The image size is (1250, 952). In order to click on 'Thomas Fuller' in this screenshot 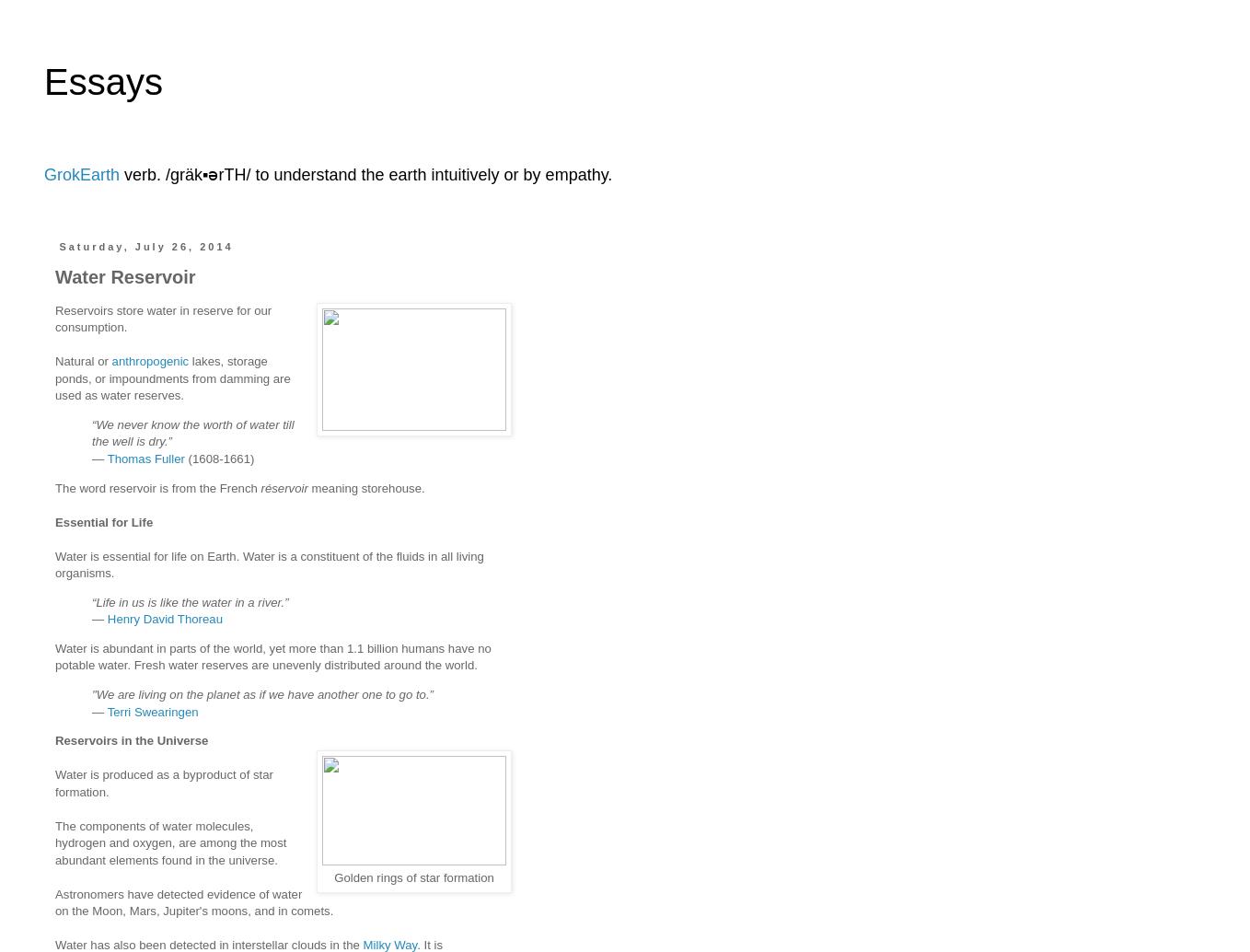, I will do `click(145, 457)`.